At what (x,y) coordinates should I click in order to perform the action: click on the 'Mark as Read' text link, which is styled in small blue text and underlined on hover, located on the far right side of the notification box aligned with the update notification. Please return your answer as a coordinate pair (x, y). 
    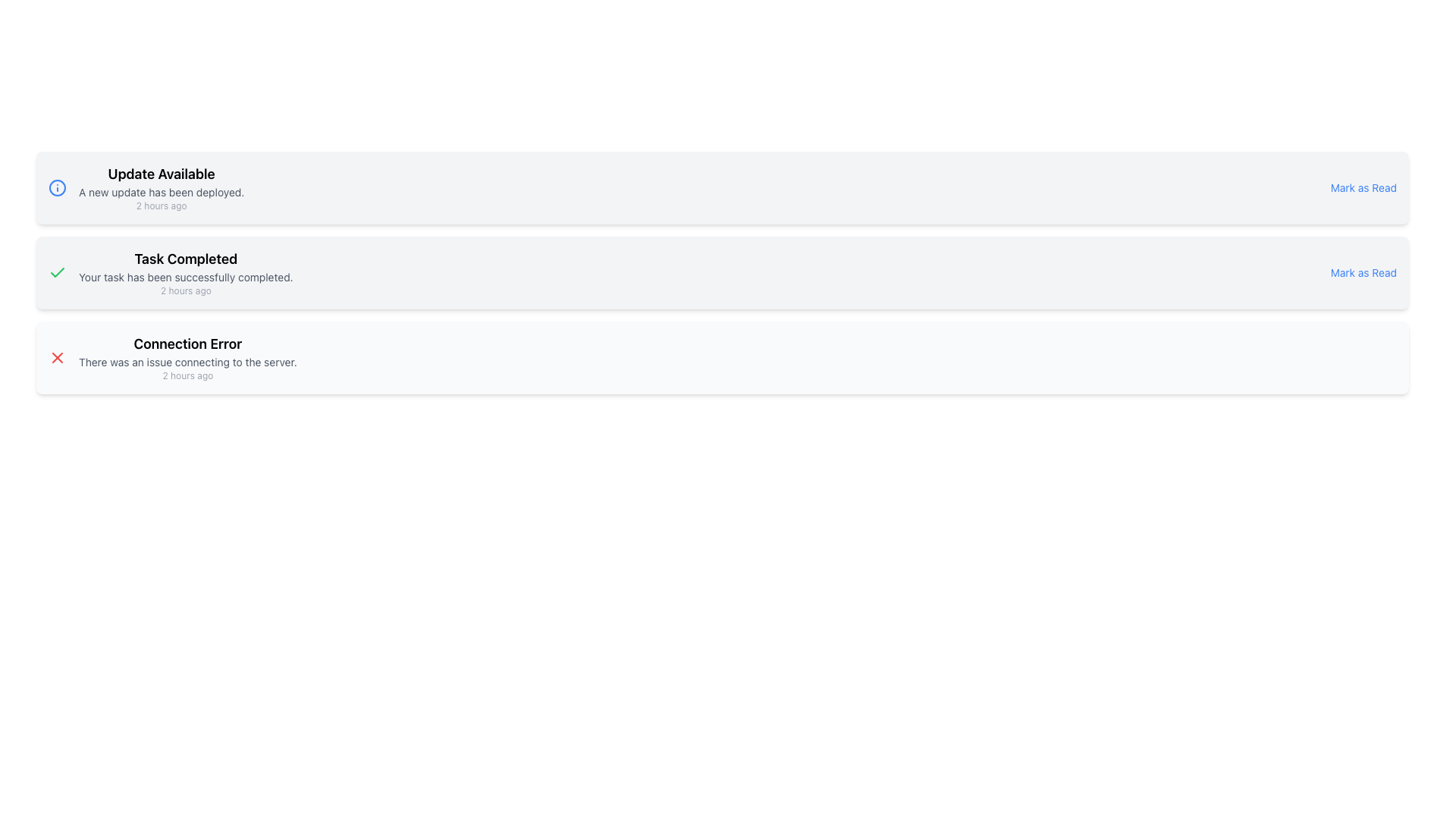
    Looking at the image, I should click on (1363, 187).